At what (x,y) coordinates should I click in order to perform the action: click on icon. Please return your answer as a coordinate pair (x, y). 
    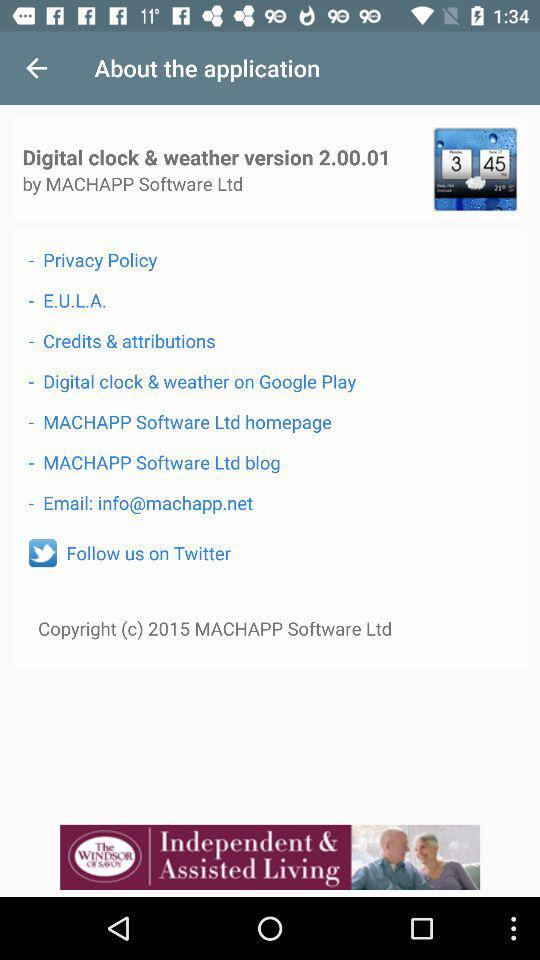
    Looking at the image, I should click on (42, 553).